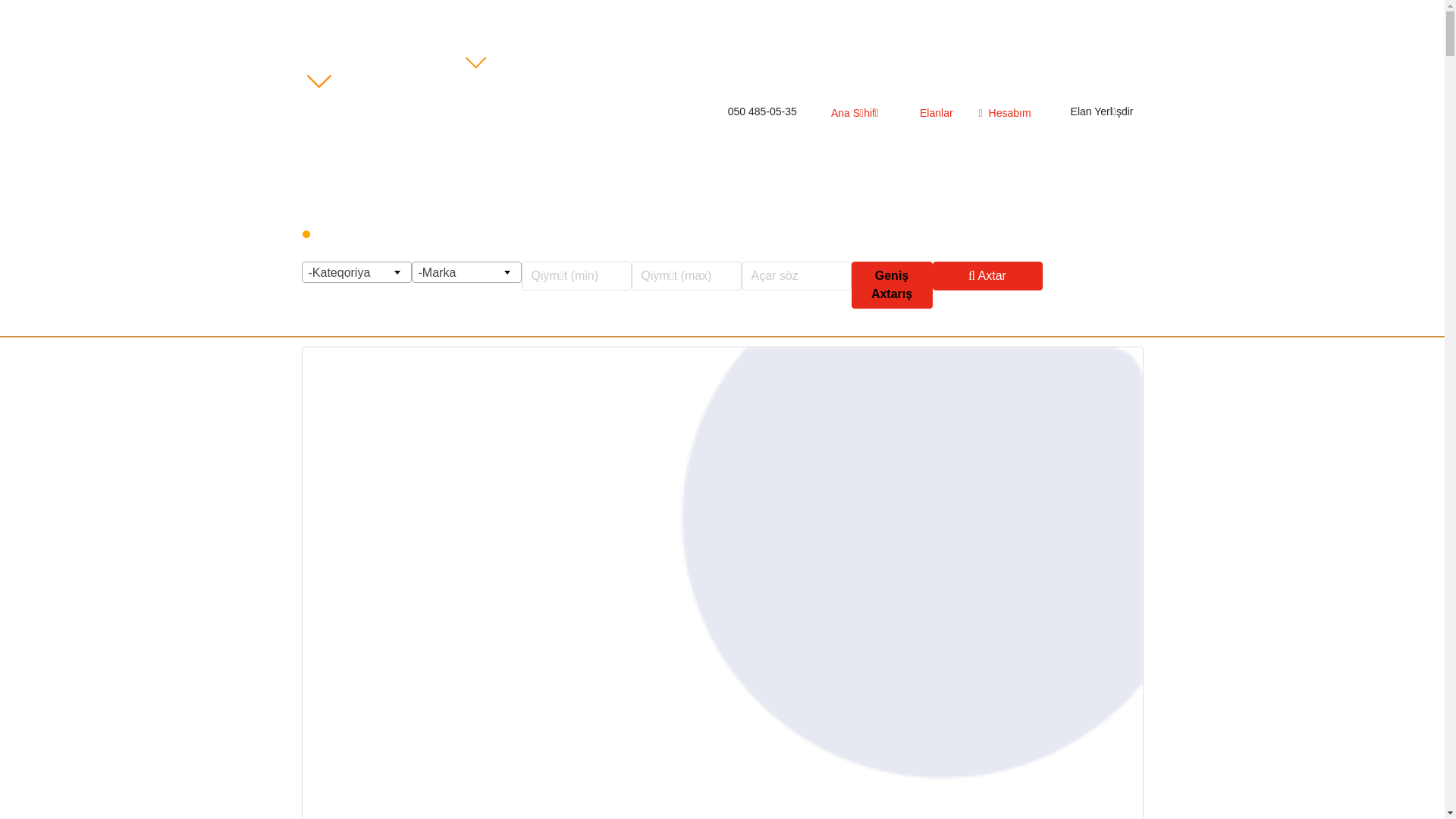  Describe the element at coordinates (714, 111) in the screenshot. I see `'050 485-05-35'` at that location.